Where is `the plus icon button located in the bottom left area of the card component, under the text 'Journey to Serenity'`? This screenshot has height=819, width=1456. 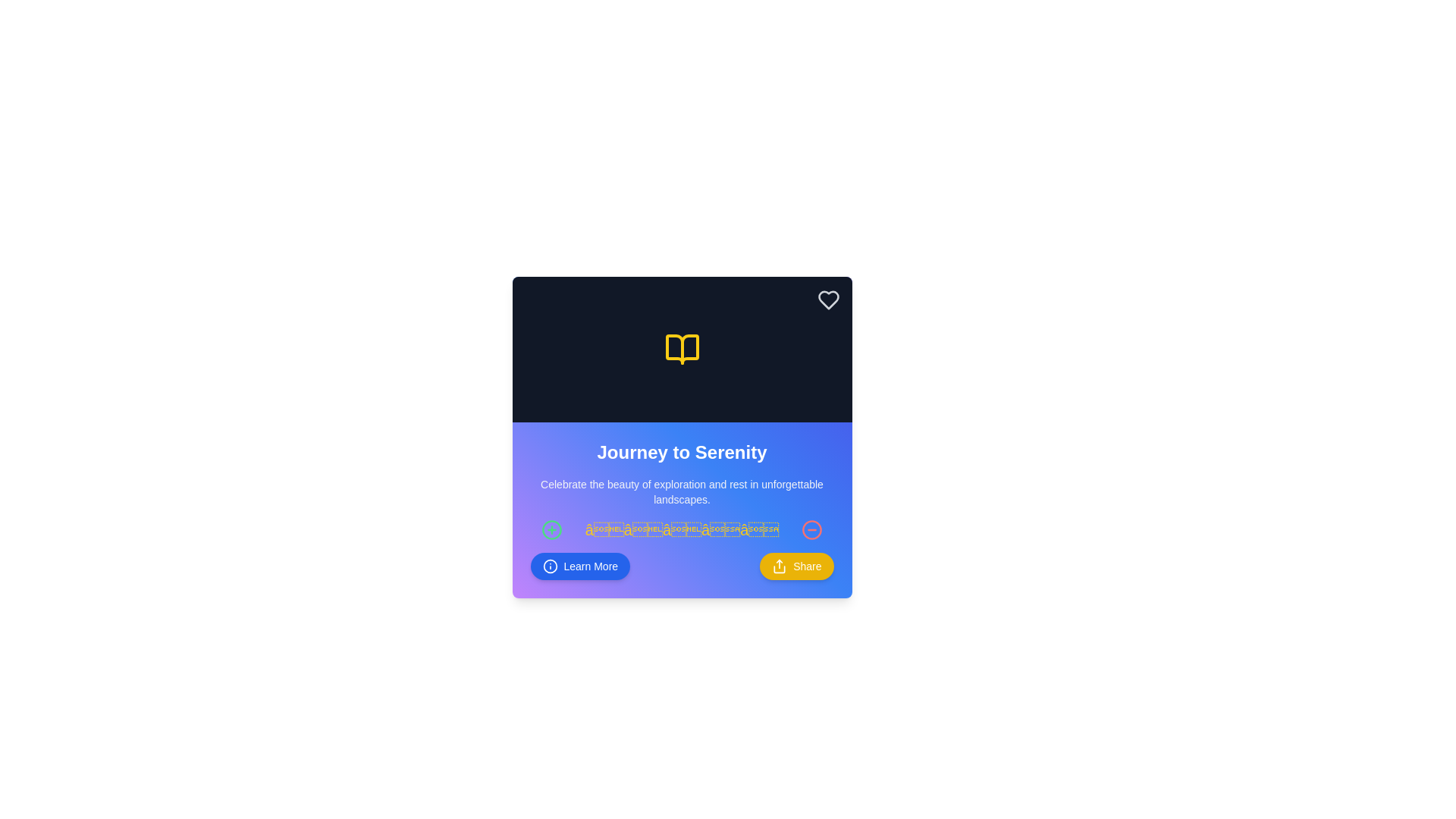
the plus icon button located in the bottom left area of the card component, under the text 'Journey to Serenity' is located at coordinates (551, 529).